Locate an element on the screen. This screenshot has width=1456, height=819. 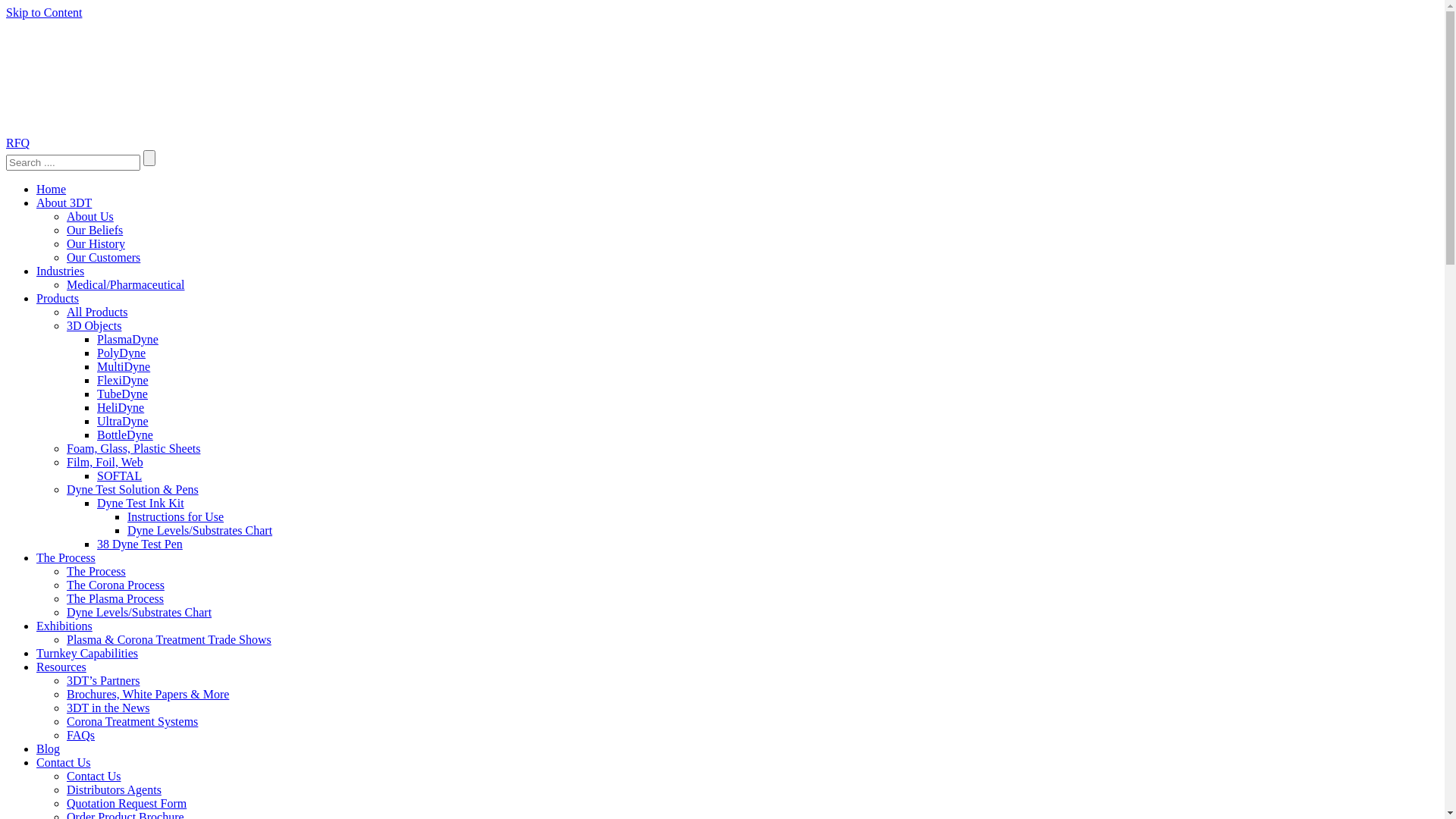
'Our Beliefs' is located at coordinates (93, 230).